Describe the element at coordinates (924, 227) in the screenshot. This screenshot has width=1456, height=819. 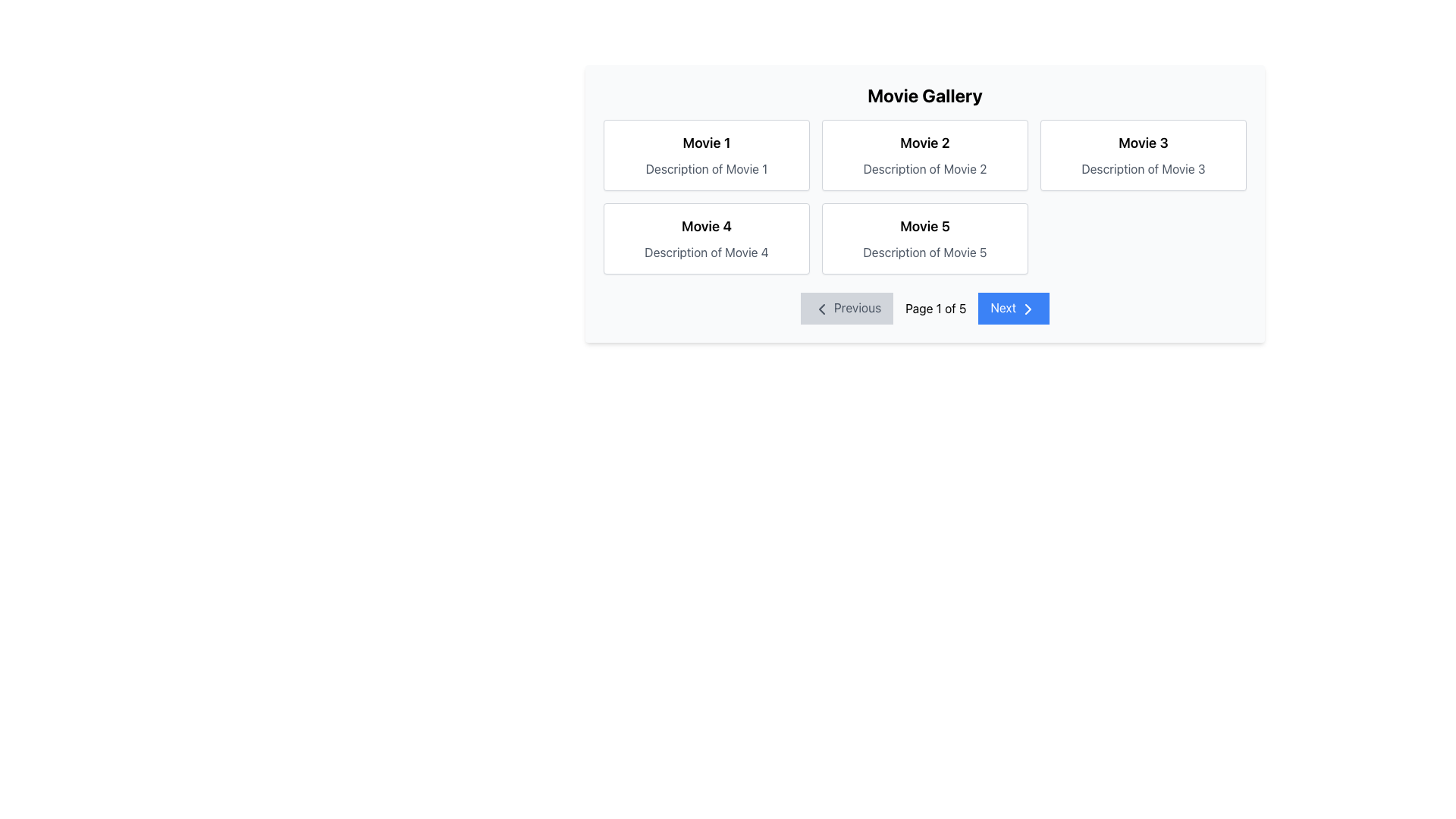
I see `the 'Movie 5' text label, which is bold and centered in a box with a white background, located on the right-hand side of the second row in a grid layout` at that location.